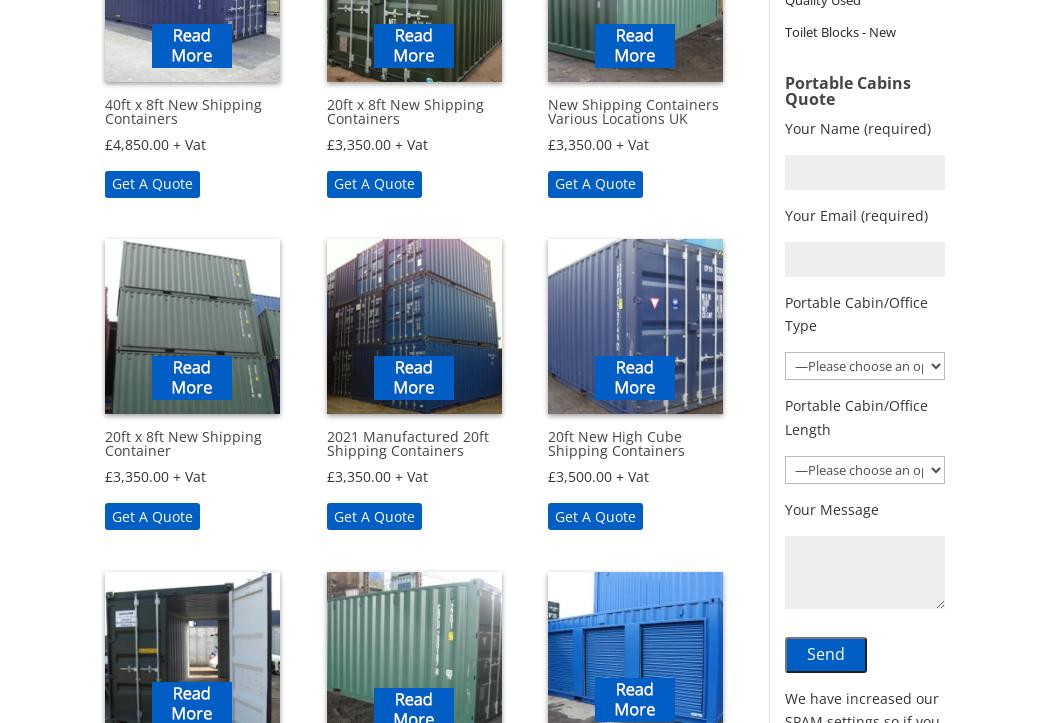 This screenshot has width=1050, height=723. Describe the element at coordinates (547, 110) in the screenshot. I see `'New Shipping Containers Various Locations UK'` at that location.